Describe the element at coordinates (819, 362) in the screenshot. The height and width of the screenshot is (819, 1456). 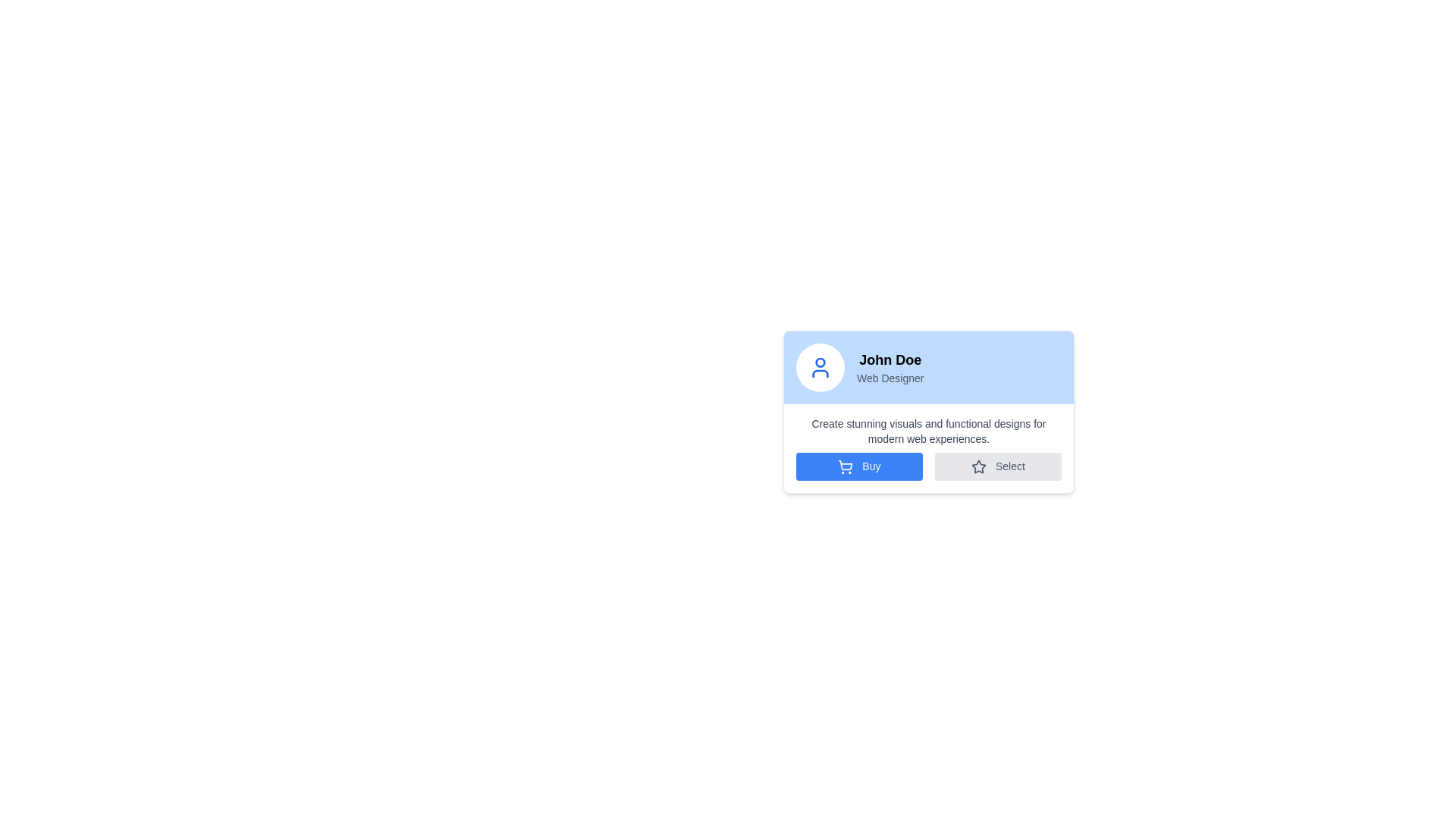
I see `the small circular decorative graphical element located at the upper part of the user profile SVG icon` at that location.